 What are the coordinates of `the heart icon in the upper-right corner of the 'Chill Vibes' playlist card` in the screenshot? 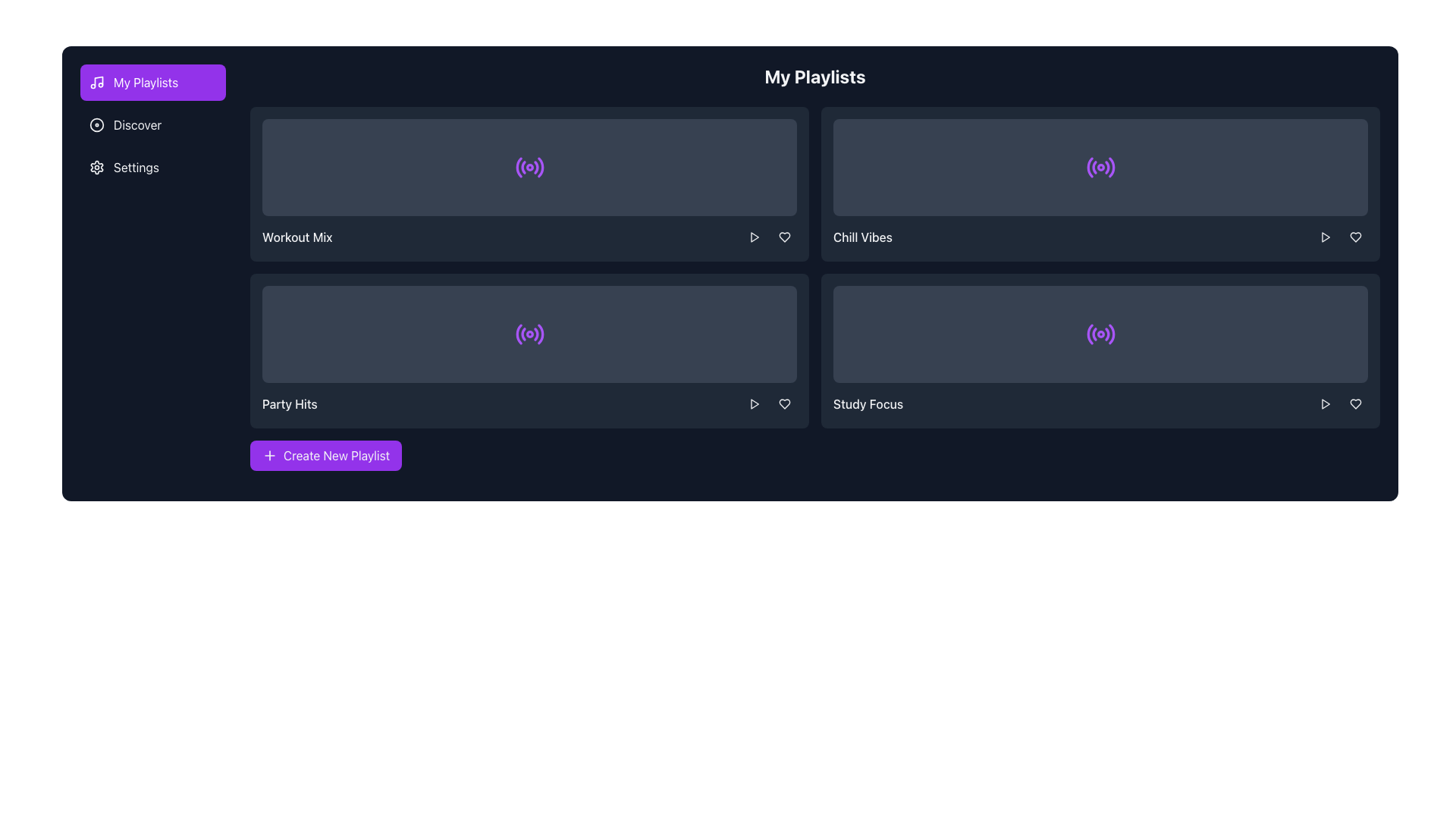 It's located at (1356, 237).